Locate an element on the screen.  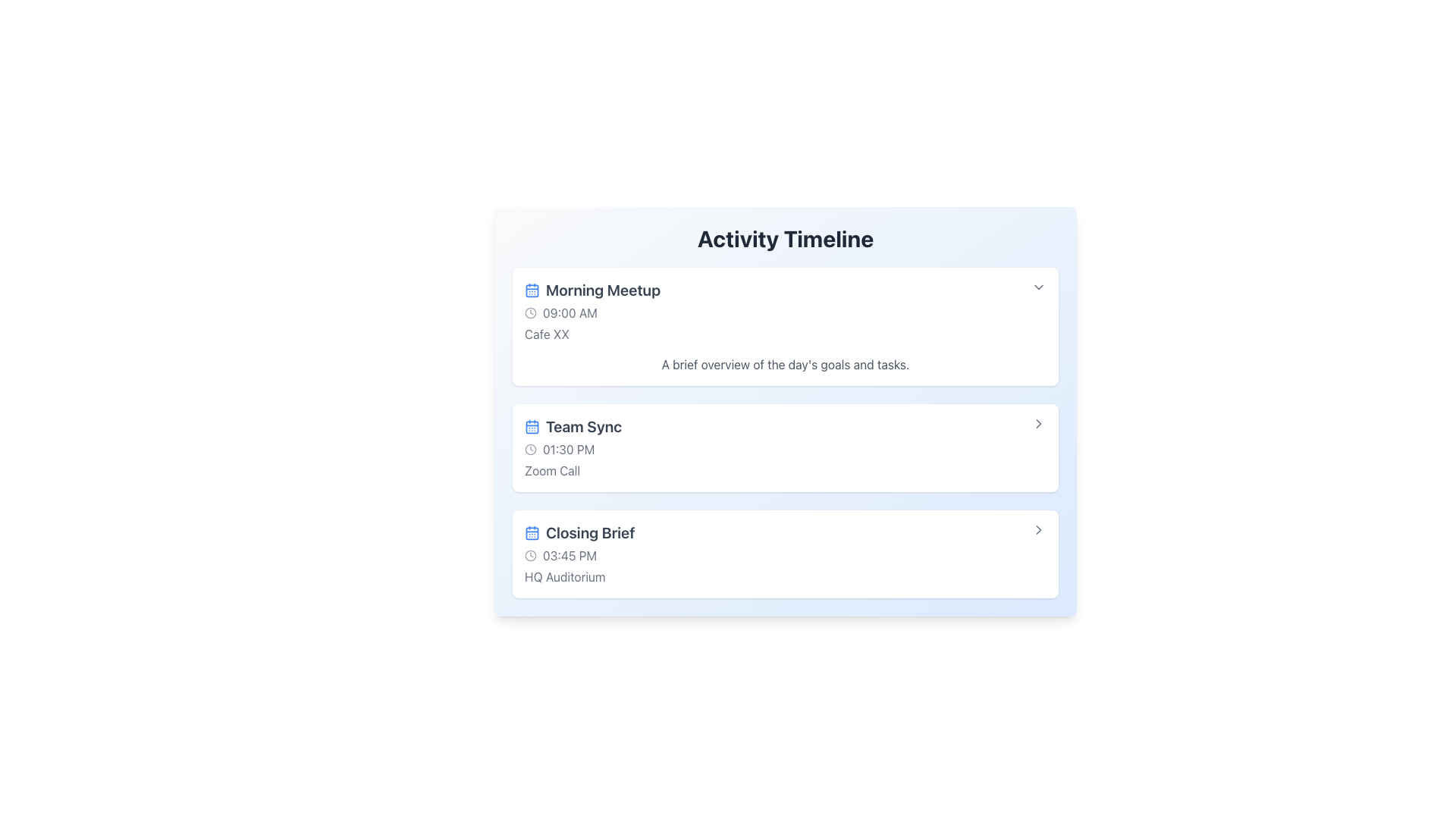
the 'Closing Brief' event in the Activity Timeline section is located at coordinates (579, 554).